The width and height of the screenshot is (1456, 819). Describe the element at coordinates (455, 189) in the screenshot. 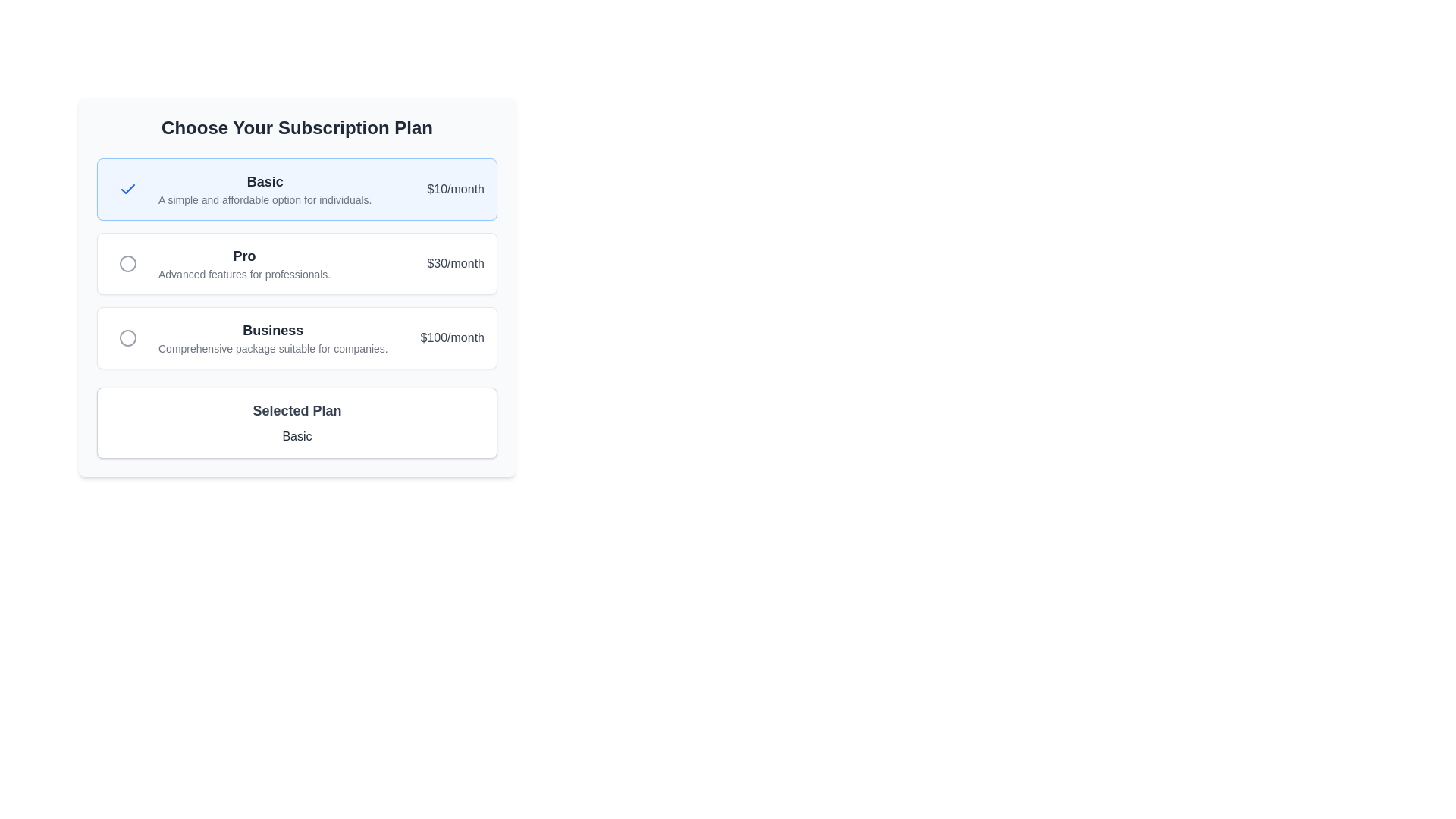

I see `the Label/Text Display that shows the pricing information for the 'Basic' subscription plan, located at the bottom-right of the subscription tier row` at that location.